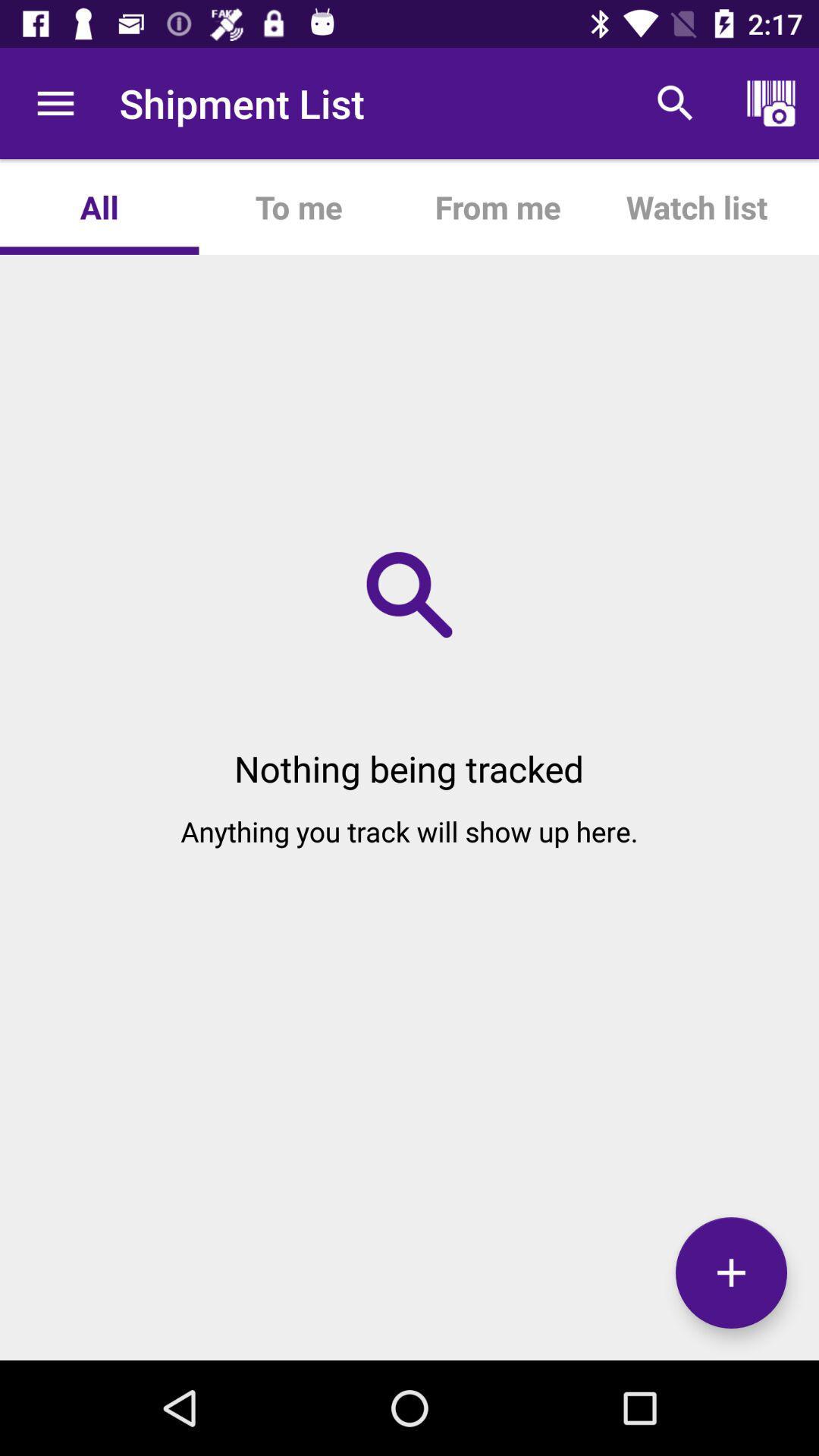 Image resolution: width=819 pixels, height=1456 pixels. What do you see at coordinates (55, 102) in the screenshot?
I see `the app above all item` at bounding box center [55, 102].